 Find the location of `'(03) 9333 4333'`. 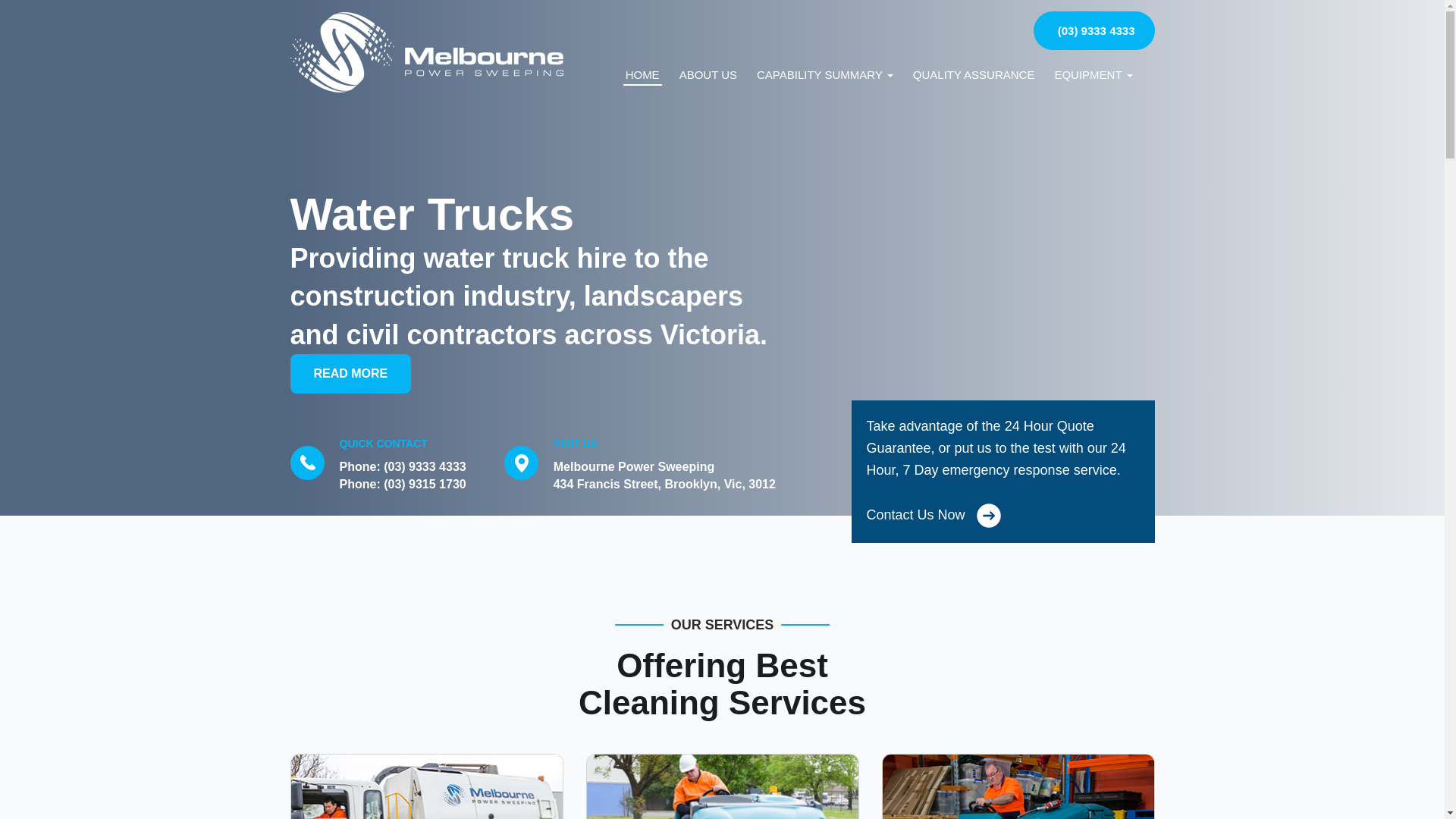

'(03) 9333 4333' is located at coordinates (1033, 30).